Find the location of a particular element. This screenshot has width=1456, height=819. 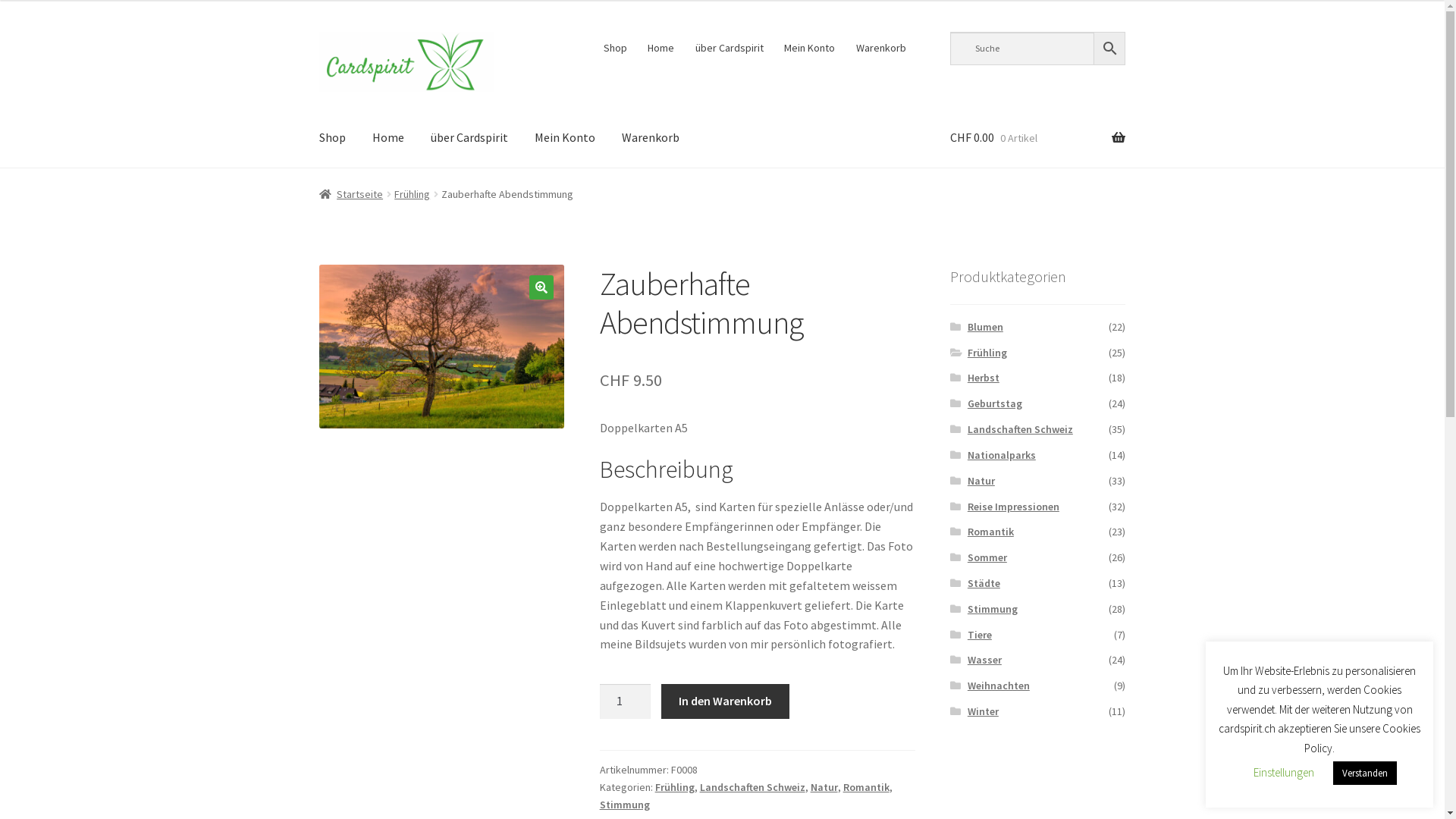

'Verstanden' is located at coordinates (1365, 773).